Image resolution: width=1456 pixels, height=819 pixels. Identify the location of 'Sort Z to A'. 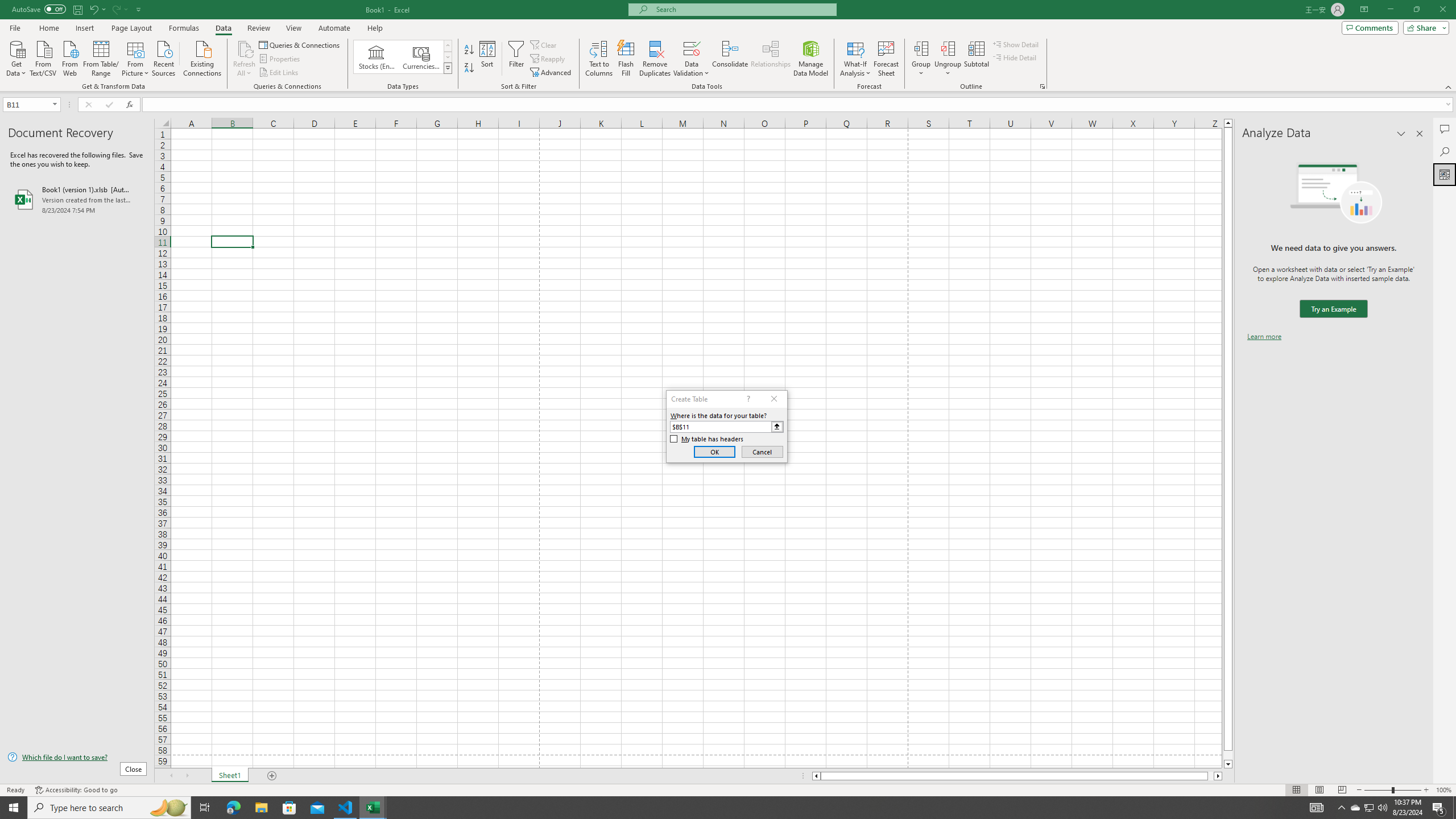
(469, 67).